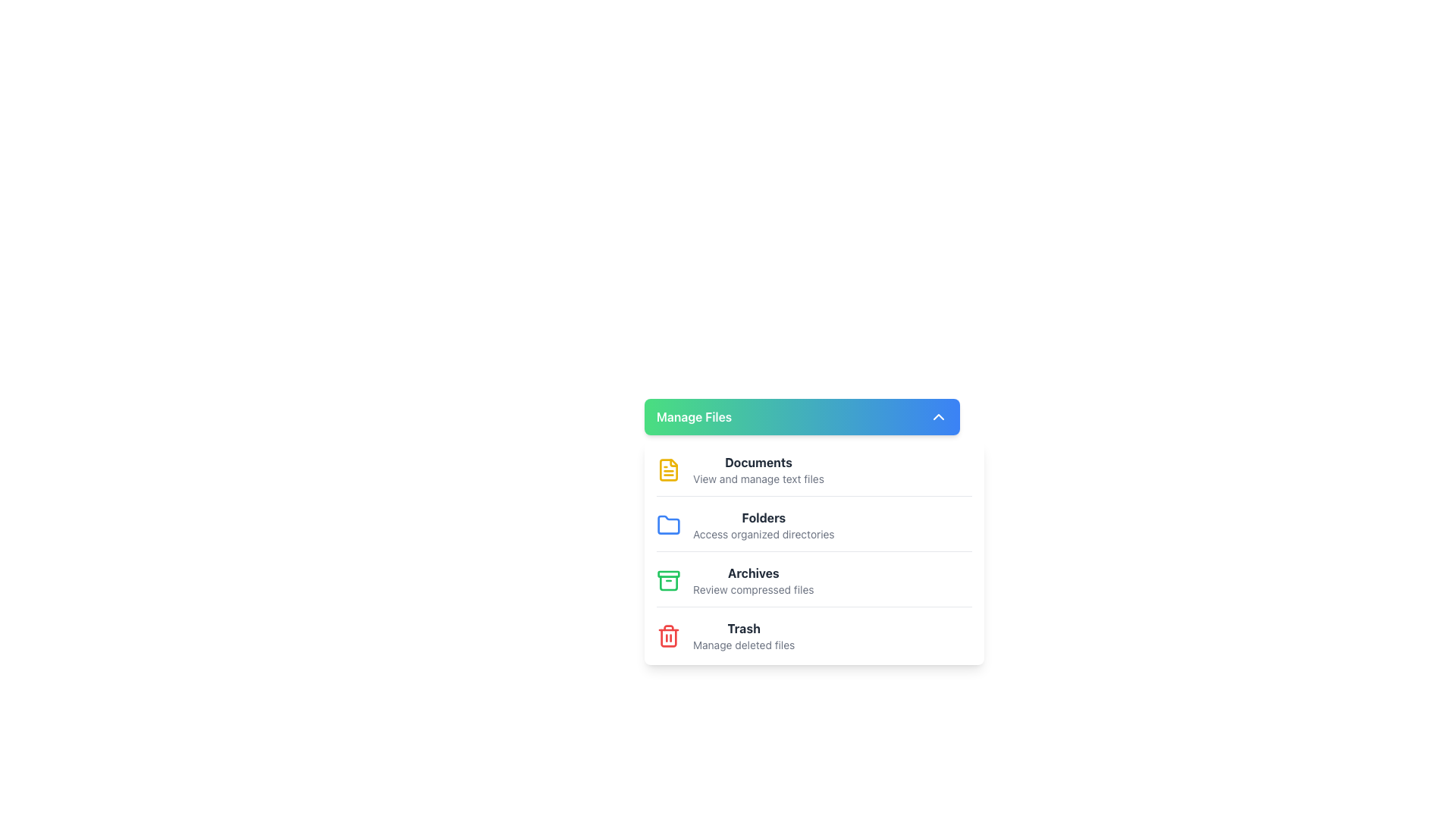 Image resolution: width=1456 pixels, height=819 pixels. I want to click on the Static Text Label located below the bold title 'Trash', which provides information about managing deleted files, so click(744, 645).